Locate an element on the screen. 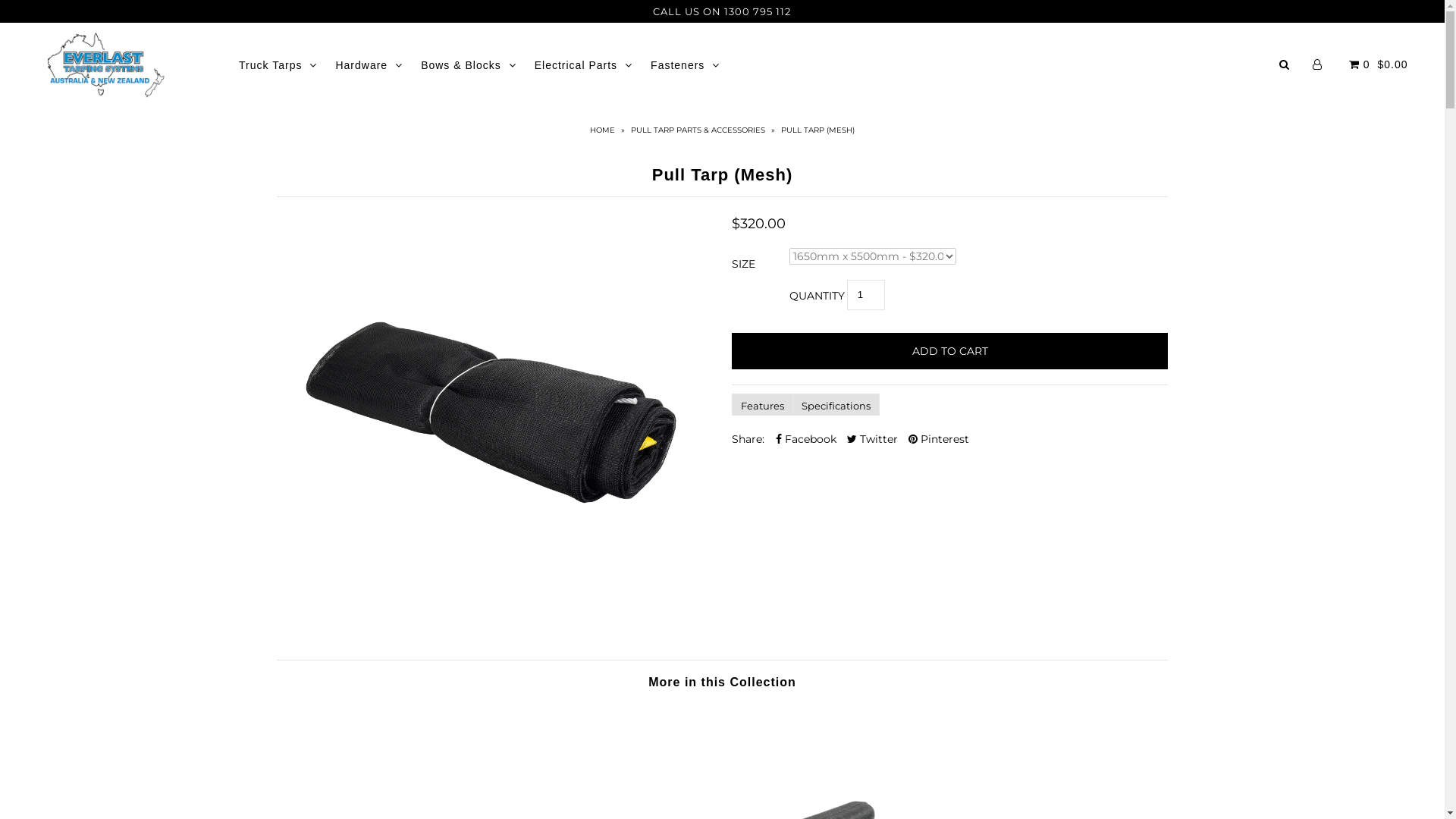 Image resolution: width=1456 pixels, height=819 pixels. 'Pinterest' is located at coordinates (938, 438).